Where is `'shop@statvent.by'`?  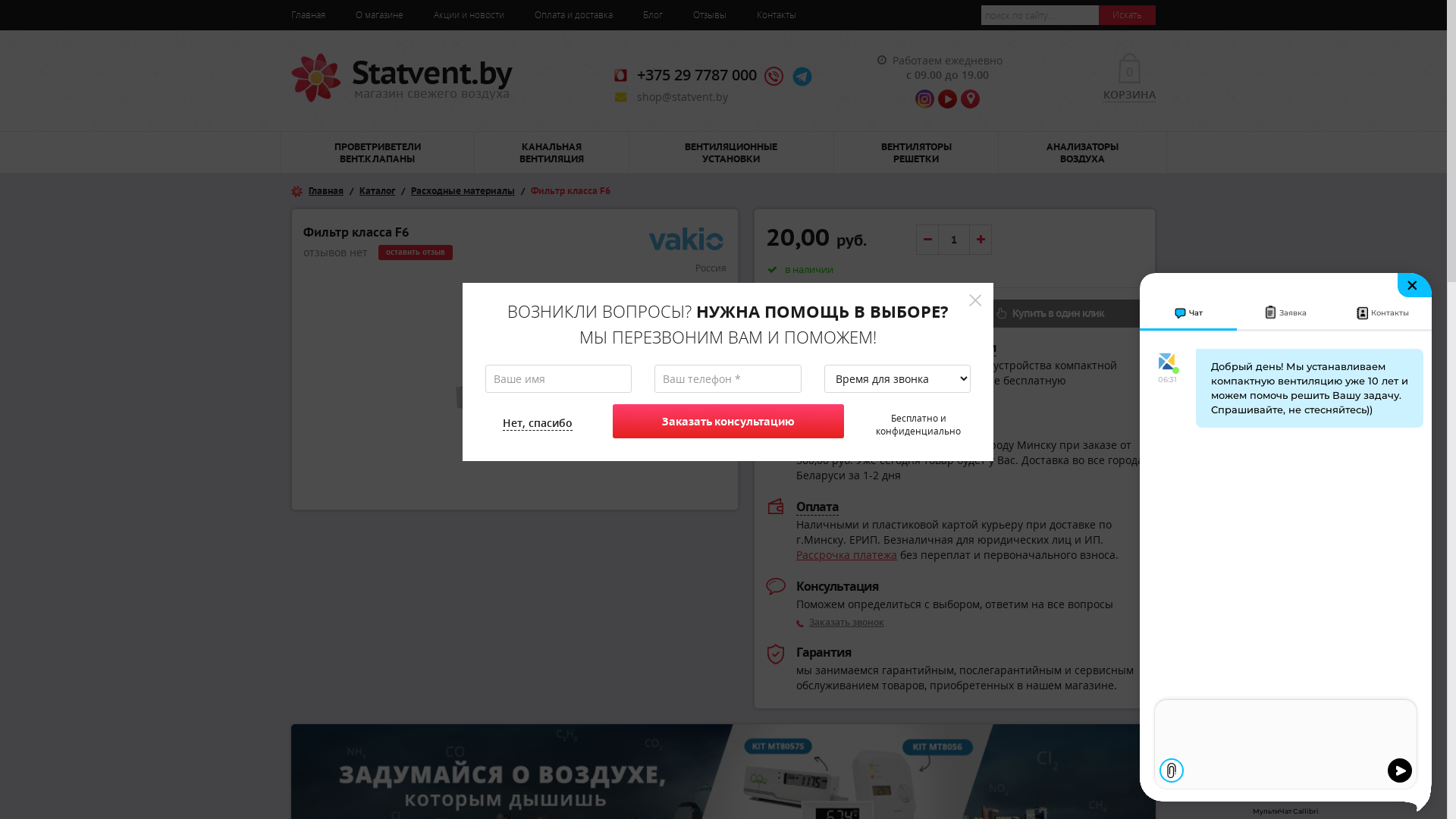 'shop@statvent.by' is located at coordinates (682, 96).